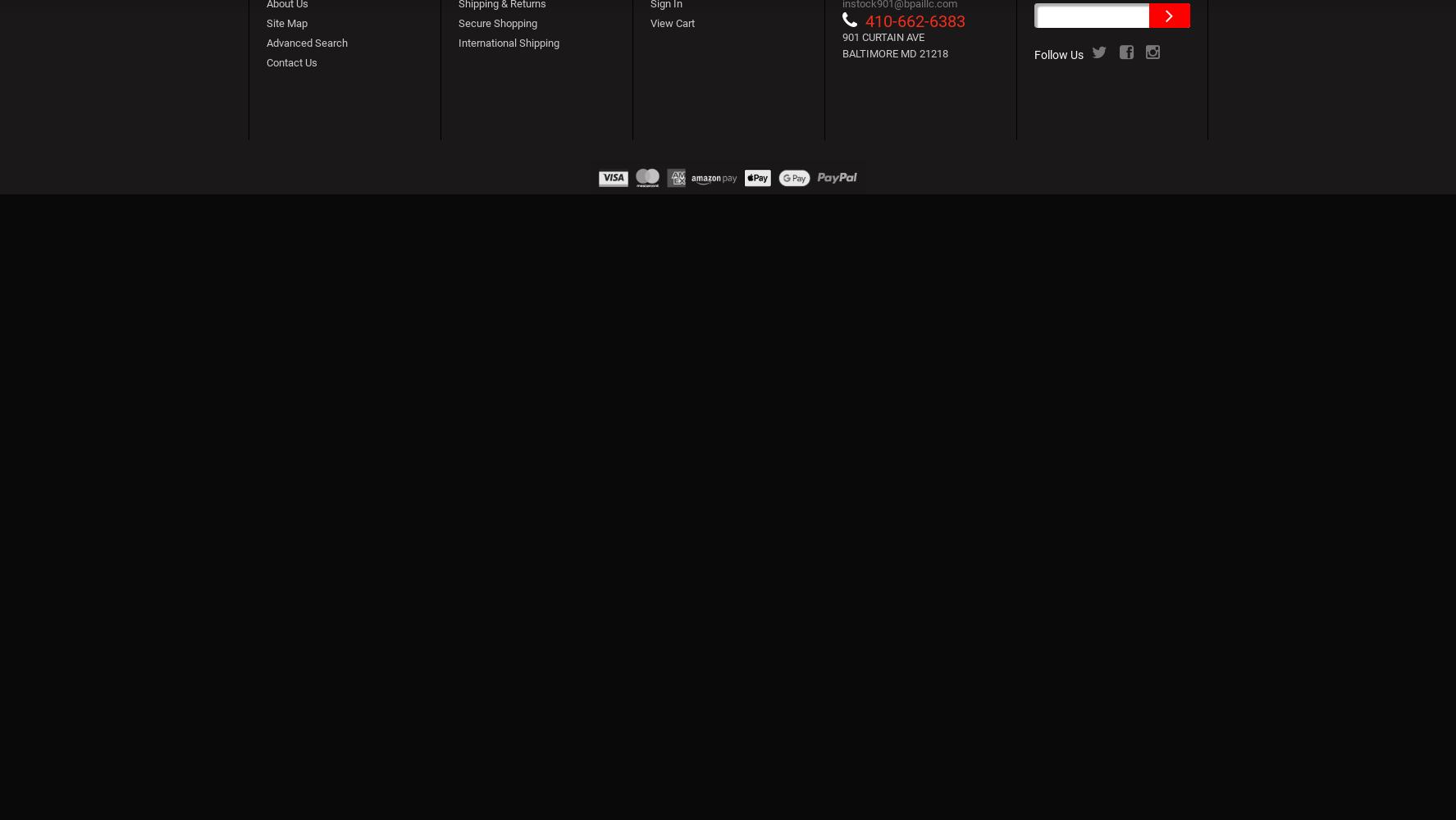 This screenshot has width=1456, height=820. What do you see at coordinates (890, 37) in the screenshot?
I see `'901 CURTAIN AVE'` at bounding box center [890, 37].